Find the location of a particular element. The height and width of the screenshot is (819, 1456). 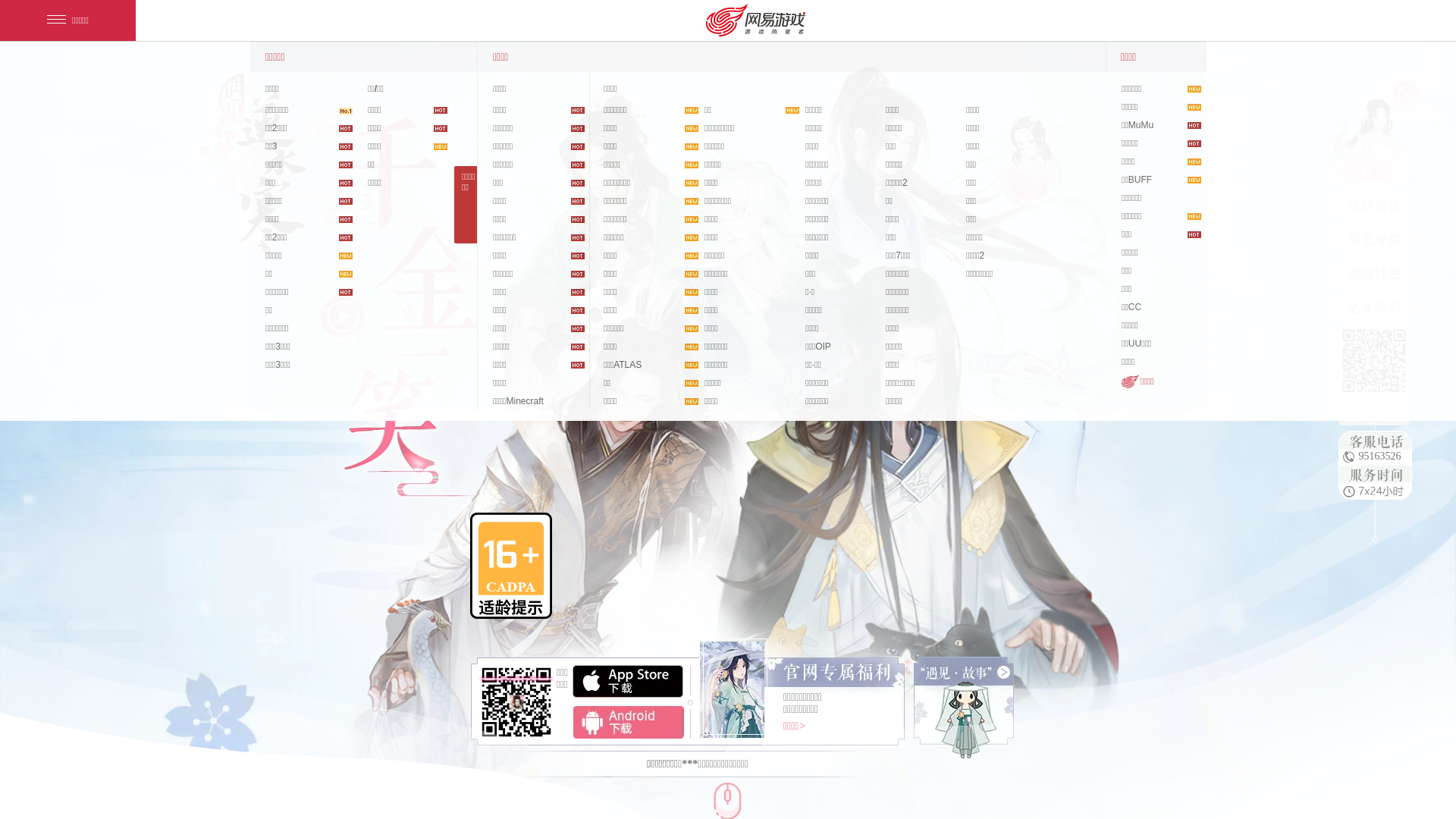

'16+' is located at coordinates (510, 566).